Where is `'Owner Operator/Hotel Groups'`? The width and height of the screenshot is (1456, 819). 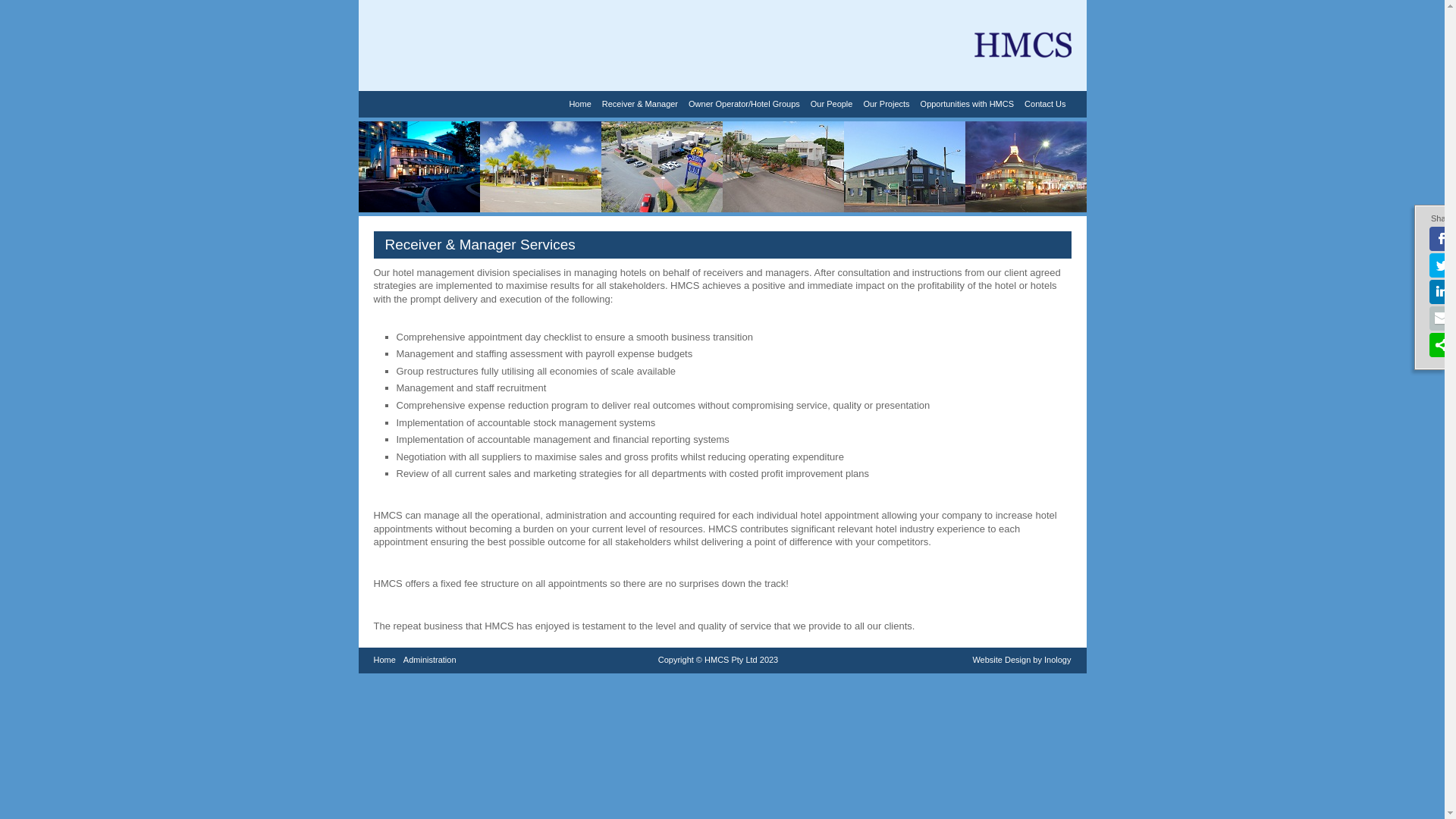
'Owner Operator/Hotel Groups' is located at coordinates (687, 103).